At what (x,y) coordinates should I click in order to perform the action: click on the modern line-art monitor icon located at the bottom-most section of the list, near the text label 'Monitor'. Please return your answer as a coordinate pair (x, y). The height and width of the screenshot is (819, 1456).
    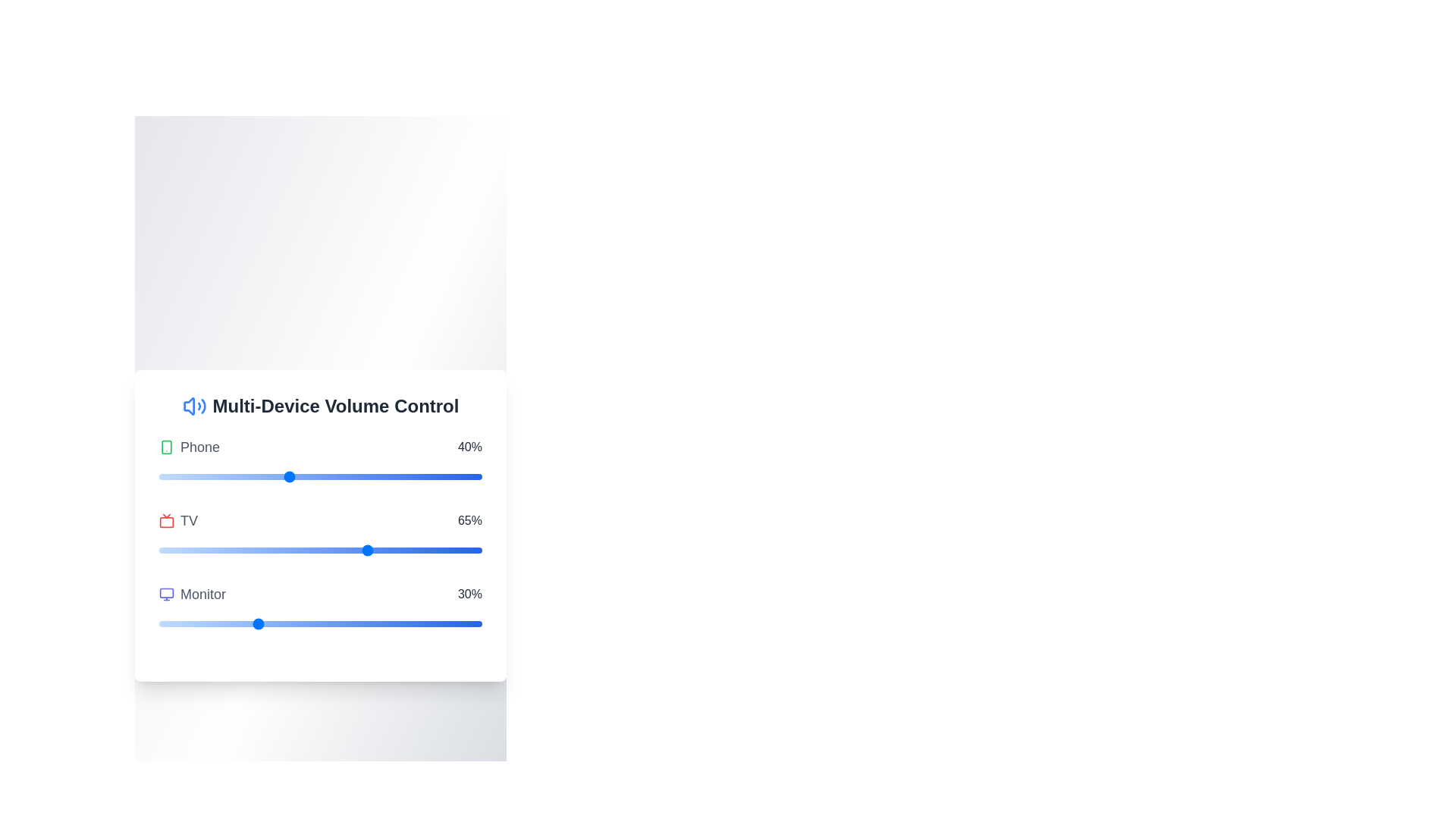
    Looking at the image, I should click on (167, 593).